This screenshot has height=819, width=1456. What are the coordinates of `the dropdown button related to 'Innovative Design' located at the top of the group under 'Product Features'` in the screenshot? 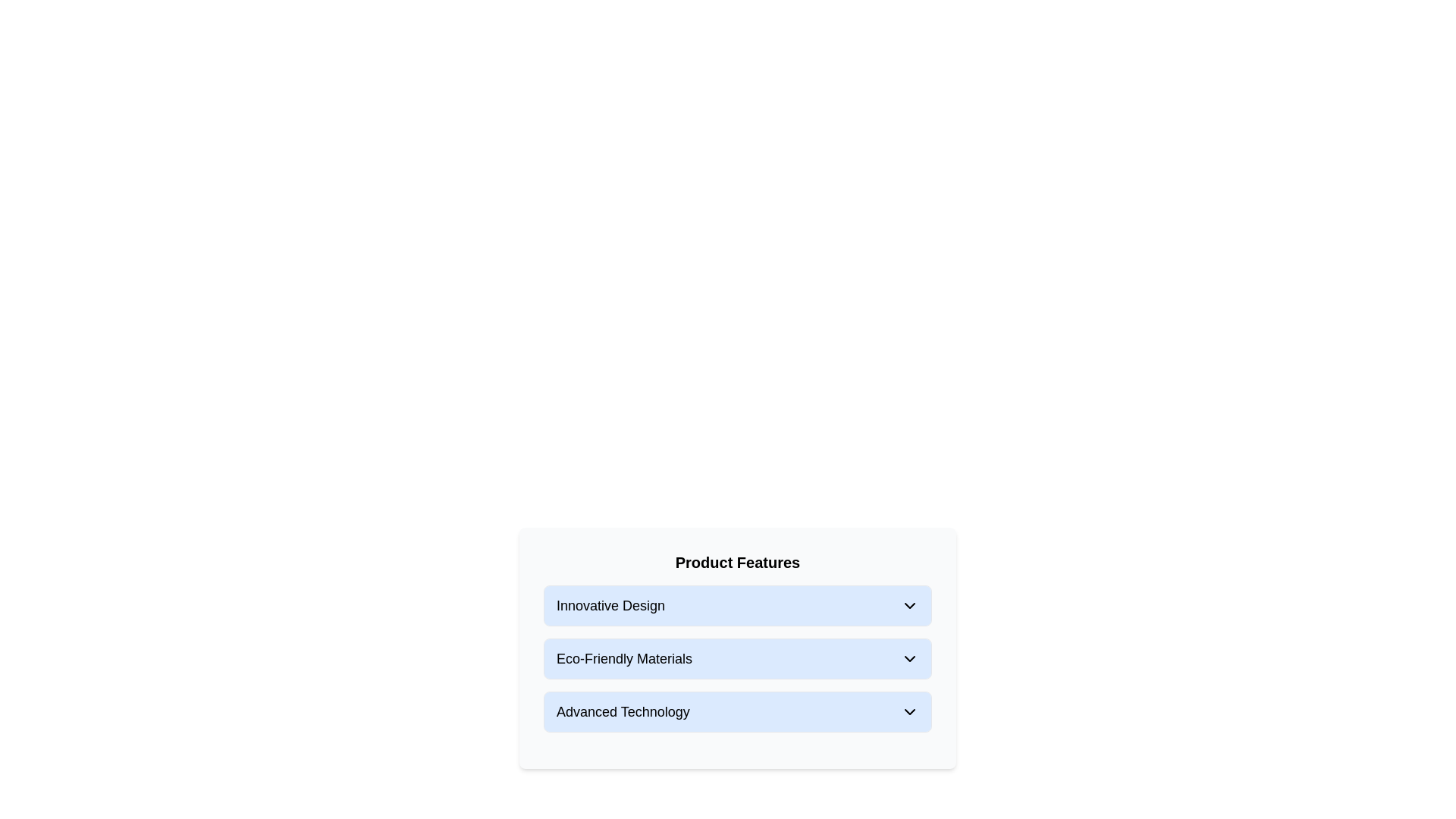 It's located at (738, 604).